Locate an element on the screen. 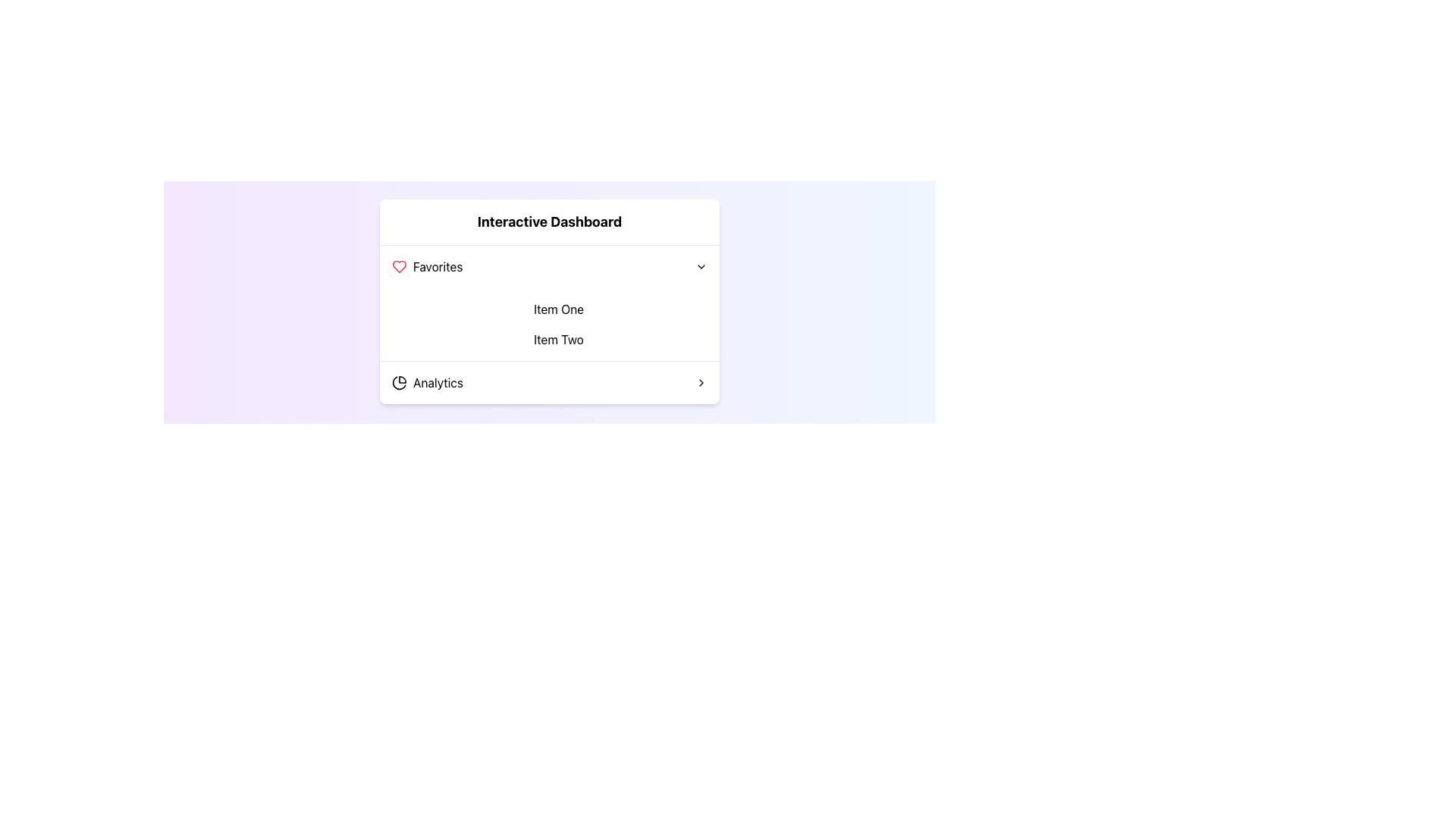  the analytics navigation button located at the bottom of the list is located at coordinates (548, 382).